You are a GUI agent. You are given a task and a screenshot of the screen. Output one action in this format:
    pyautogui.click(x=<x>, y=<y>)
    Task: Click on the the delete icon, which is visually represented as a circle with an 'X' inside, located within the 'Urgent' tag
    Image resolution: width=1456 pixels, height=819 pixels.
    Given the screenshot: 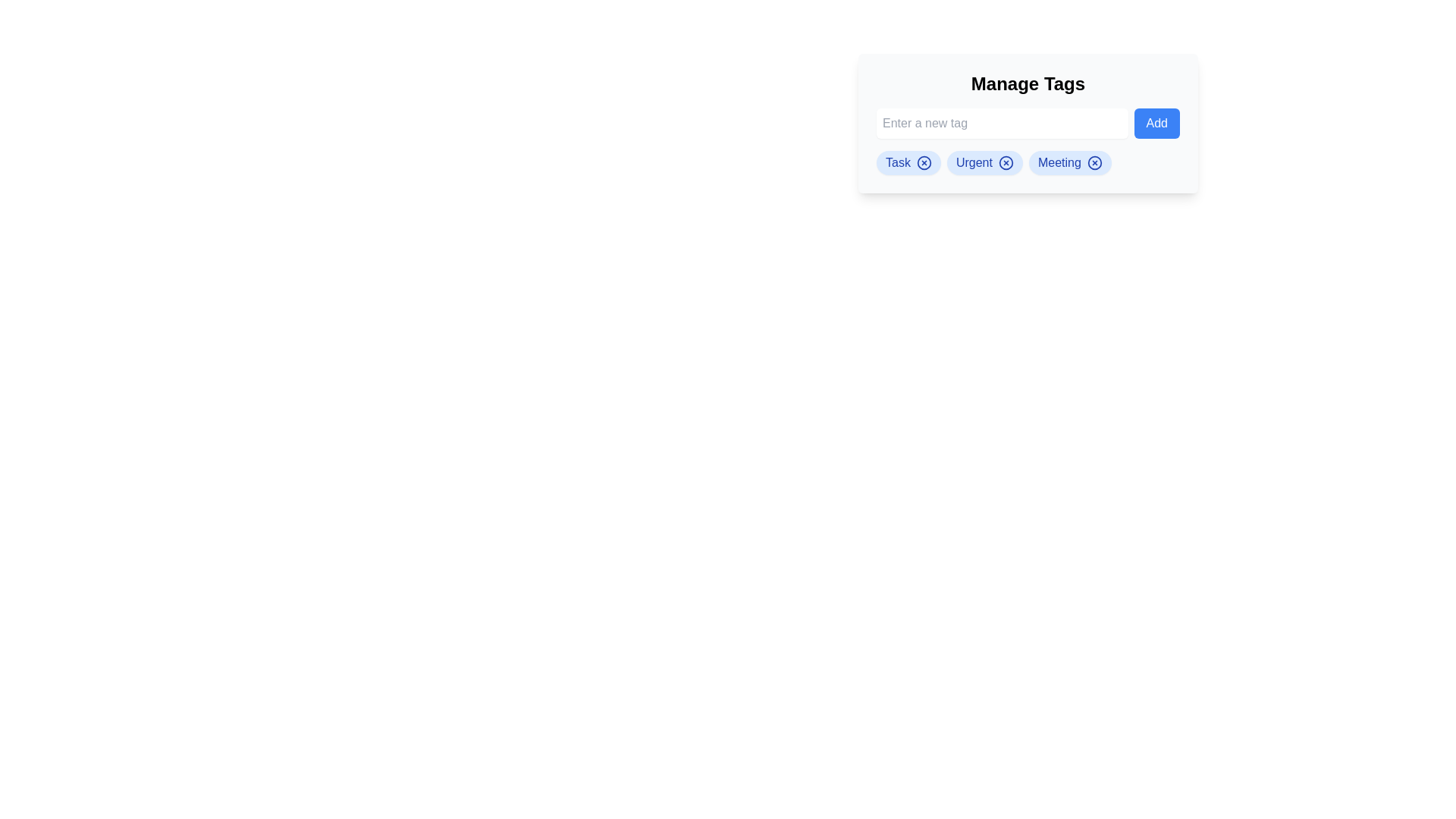 What is the action you would take?
    pyautogui.click(x=1006, y=163)
    